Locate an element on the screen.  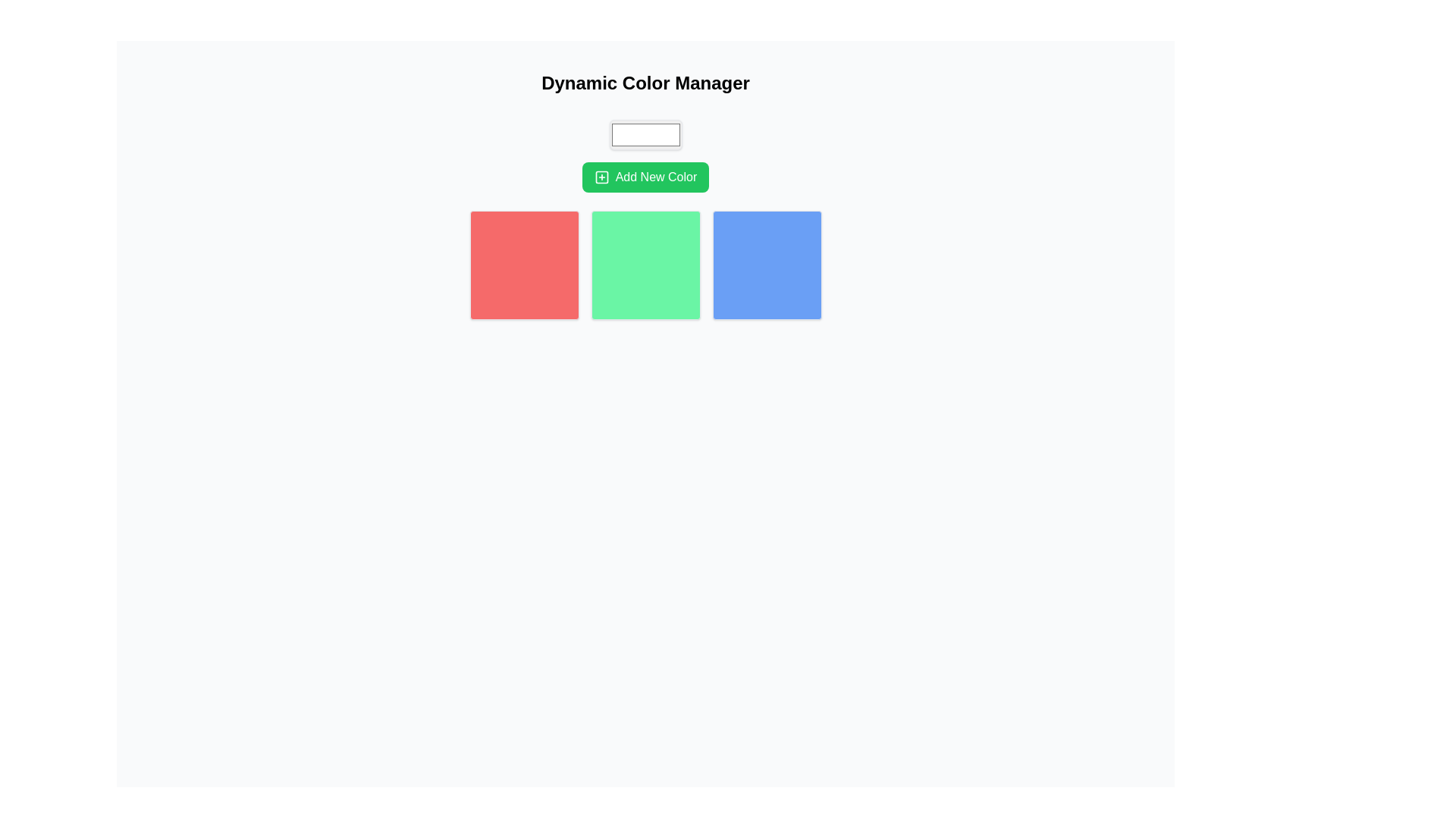
the middle light green square color block in a row of three squares, which is located below the 'Add New Color' button is located at coordinates (645, 265).